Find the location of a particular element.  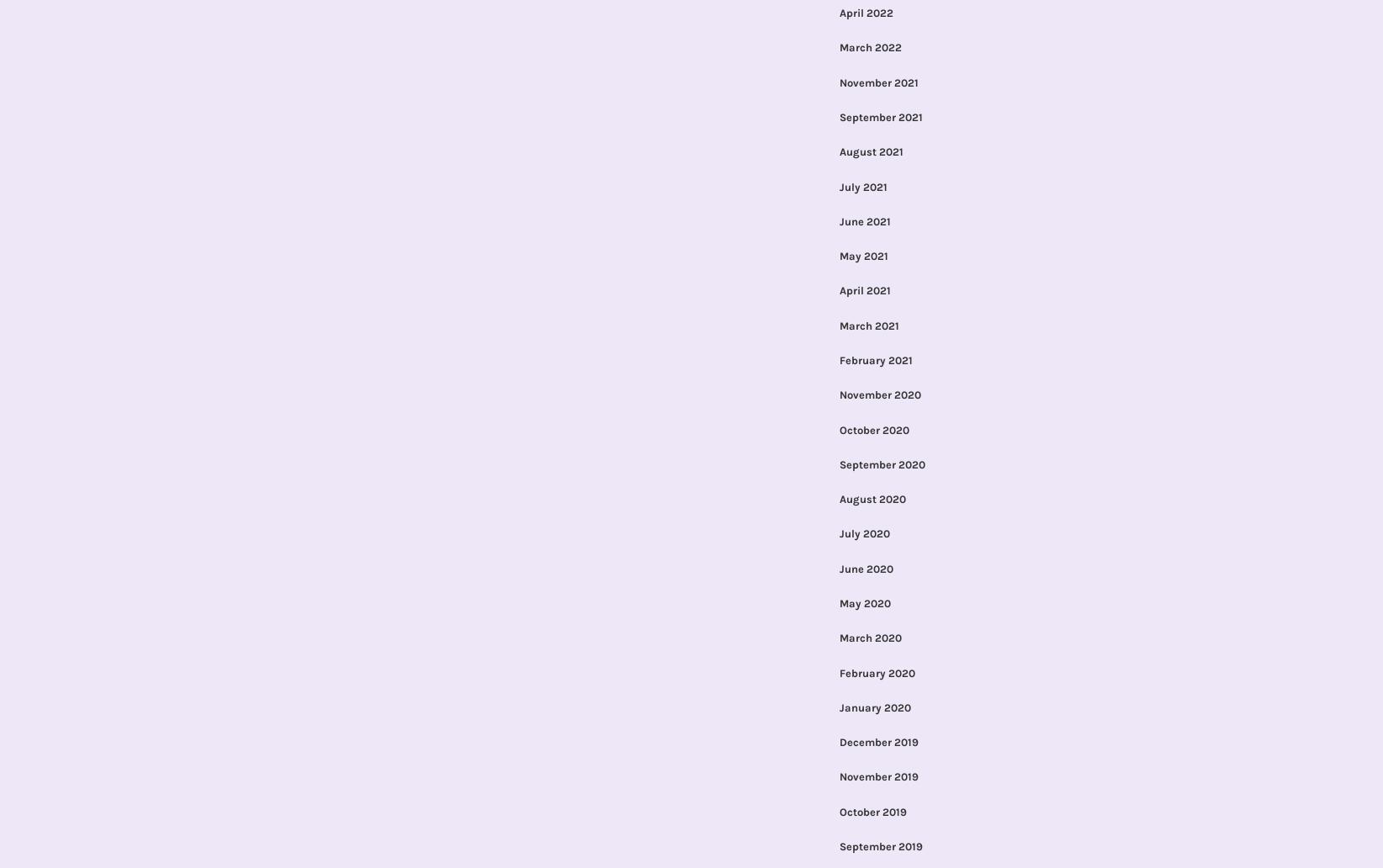

'July 2020' is located at coordinates (863, 533).